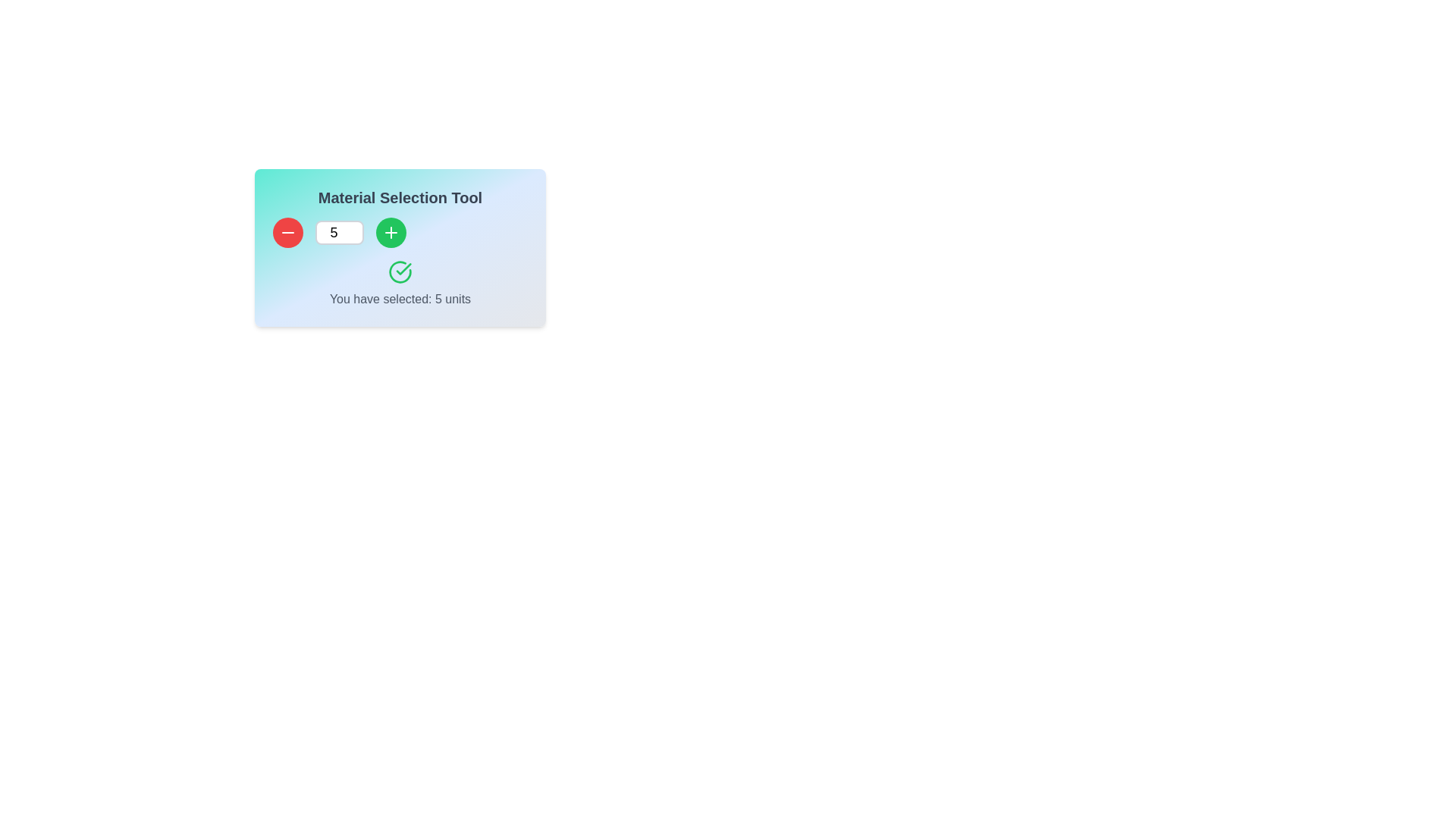  I want to click on the static text heading for the 'Material Selection Tool' interface, which serves as the title for the surrounding UI elements, so click(400, 197).